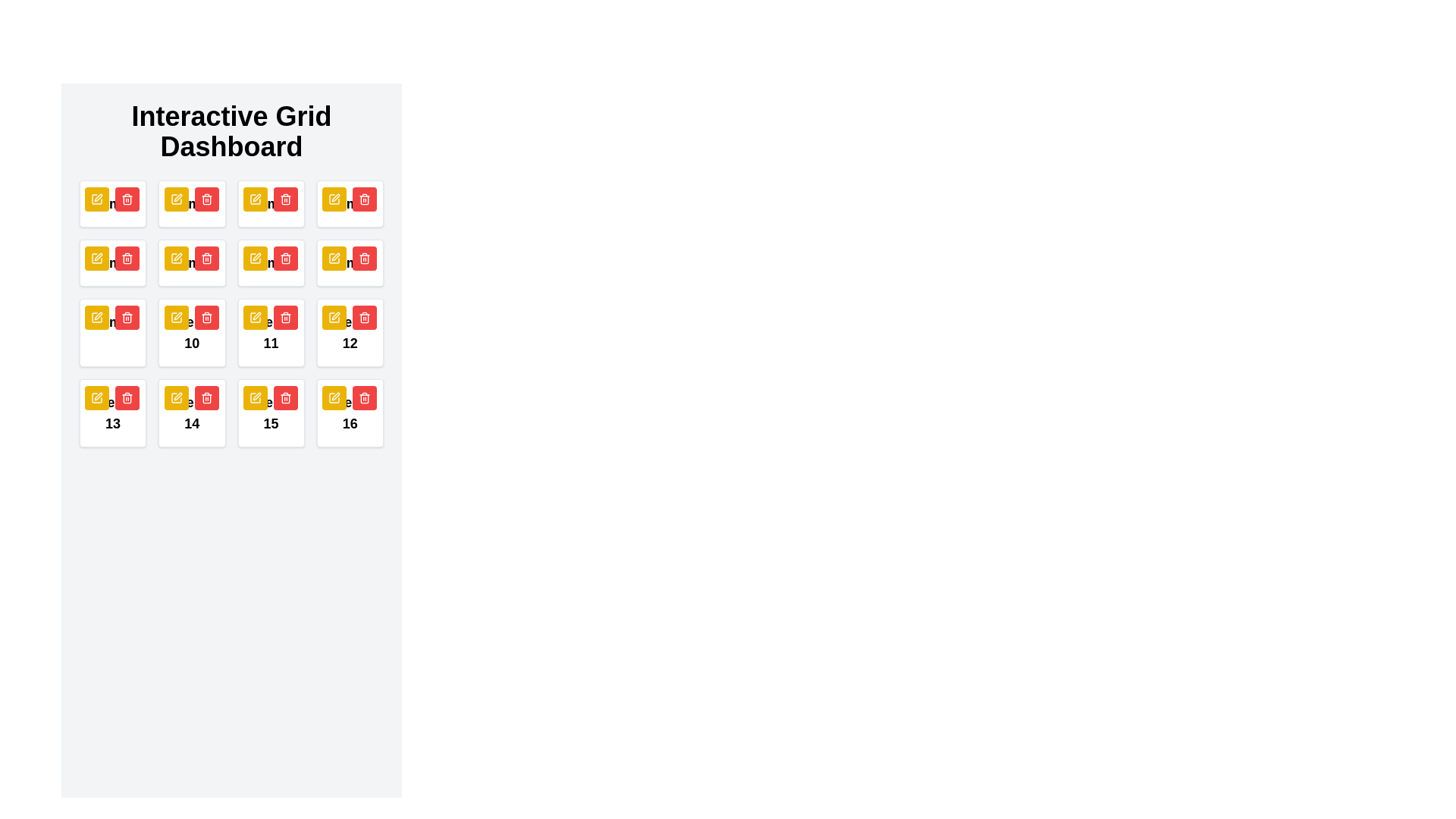 The width and height of the screenshot is (1456, 819). Describe the element at coordinates (334, 197) in the screenshot. I see `the pen icon located in the top-right region of the grid layout, which is integrated within a product card and positioned above the delete button` at that location.